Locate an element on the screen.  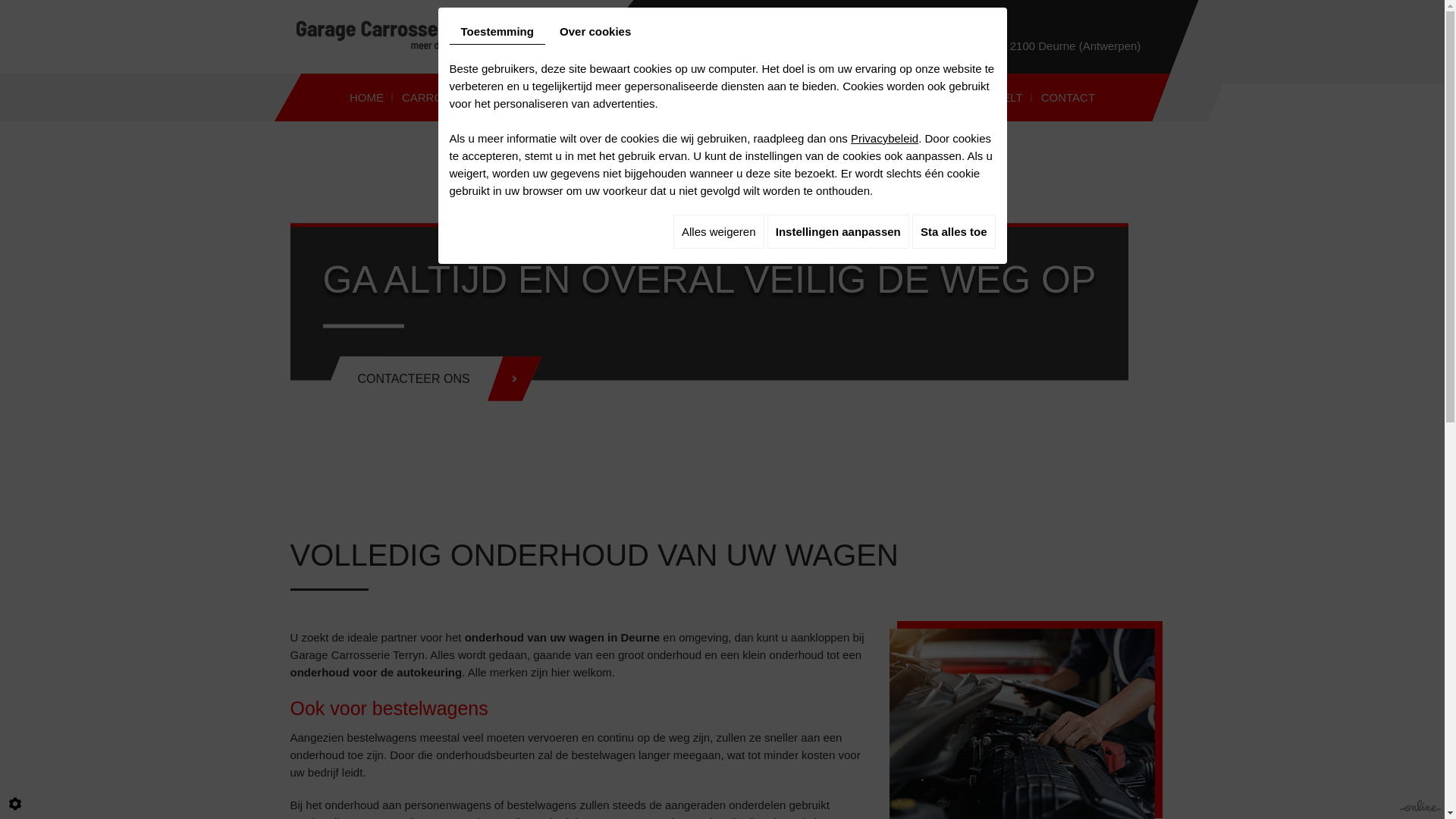
'Garage Carrosserie Terryn - Garage & carrosserie' is located at coordinates (295, 35).